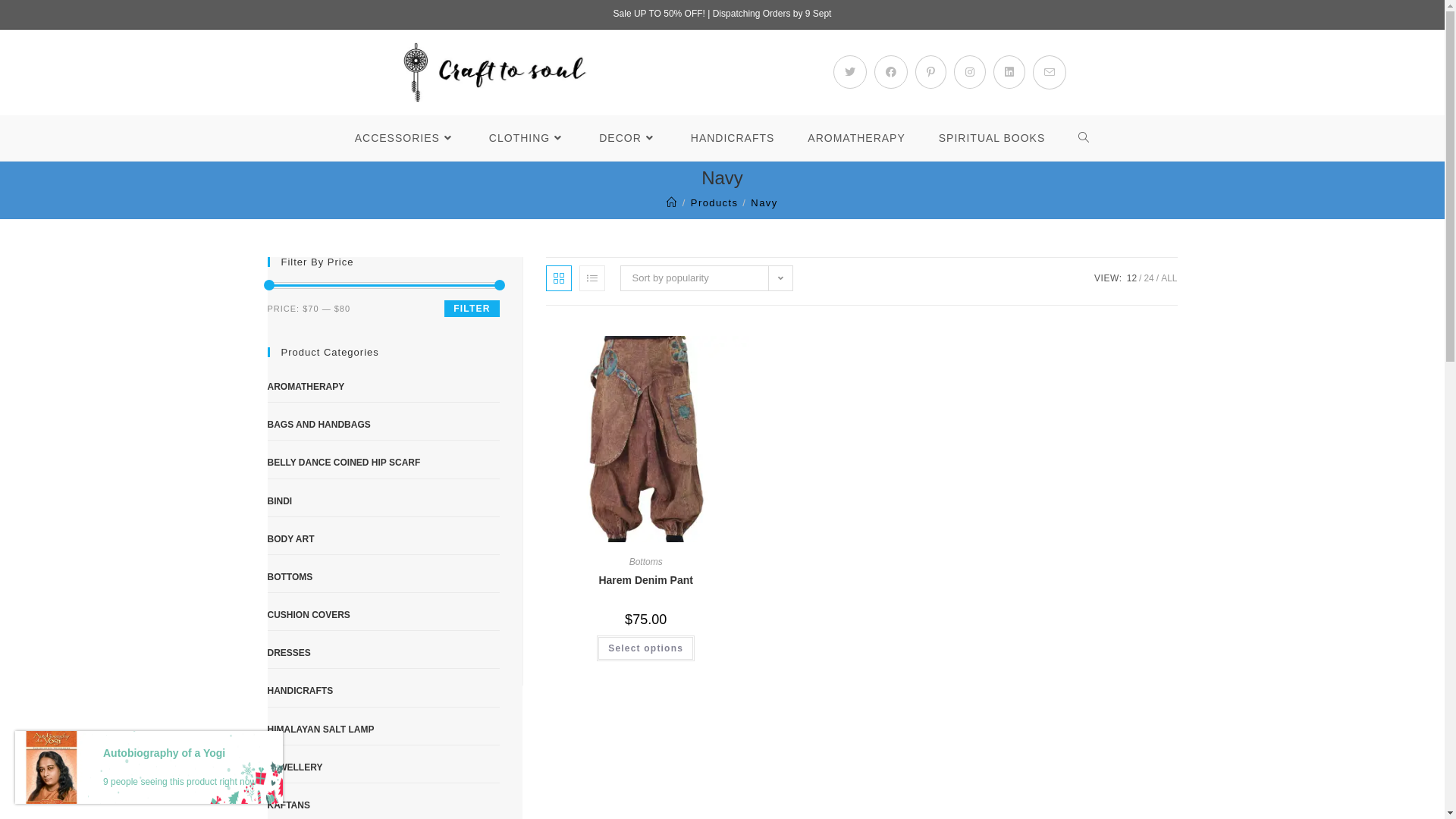 Image resolution: width=1456 pixels, height=819 pixels. I want to click on 'List view', so click(578, 278).